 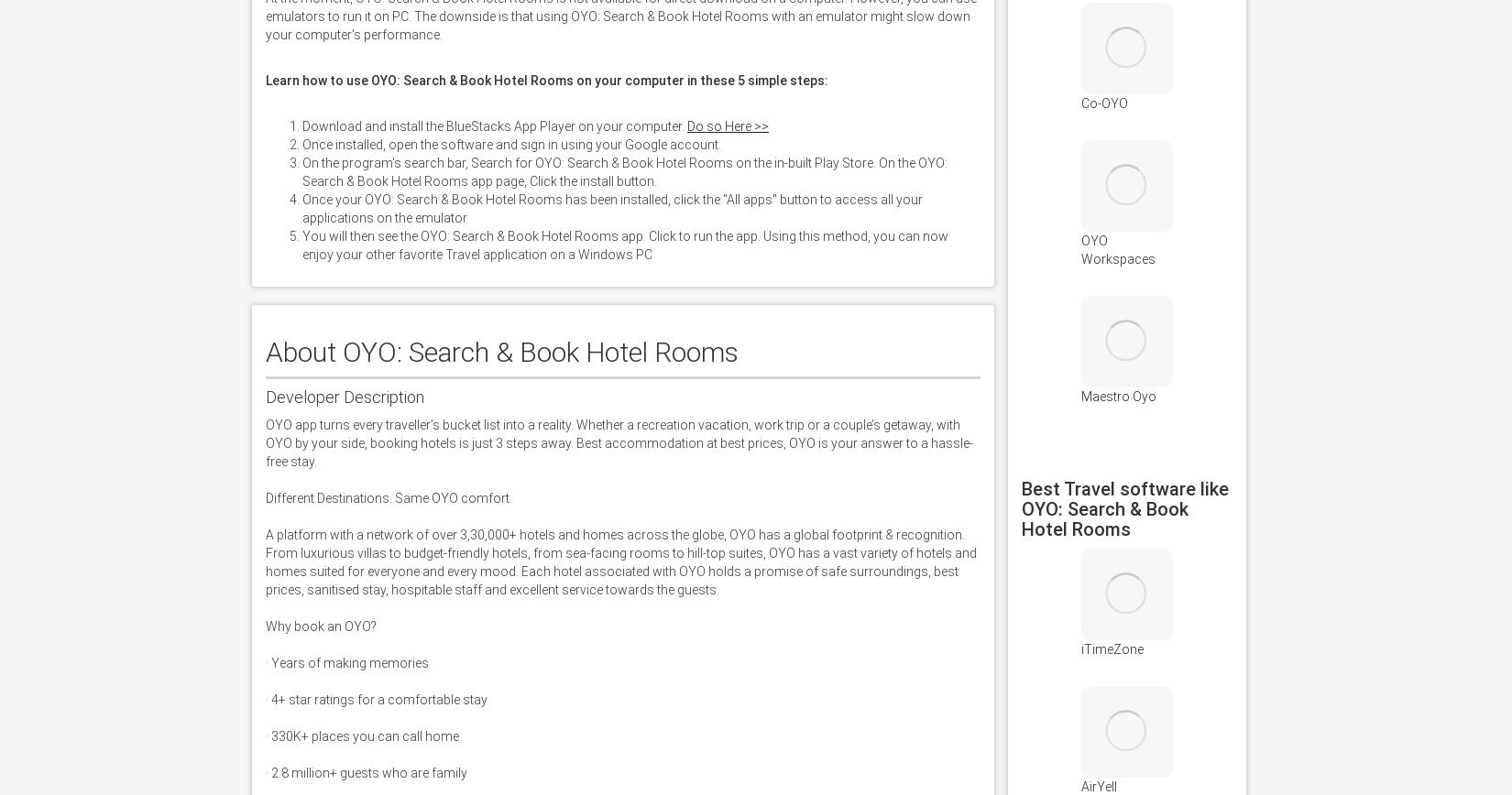 What do you see at coordinates (727, 126) in the screenshot?
I see `'Do so Here >>'` at bounding box center [727, 126].